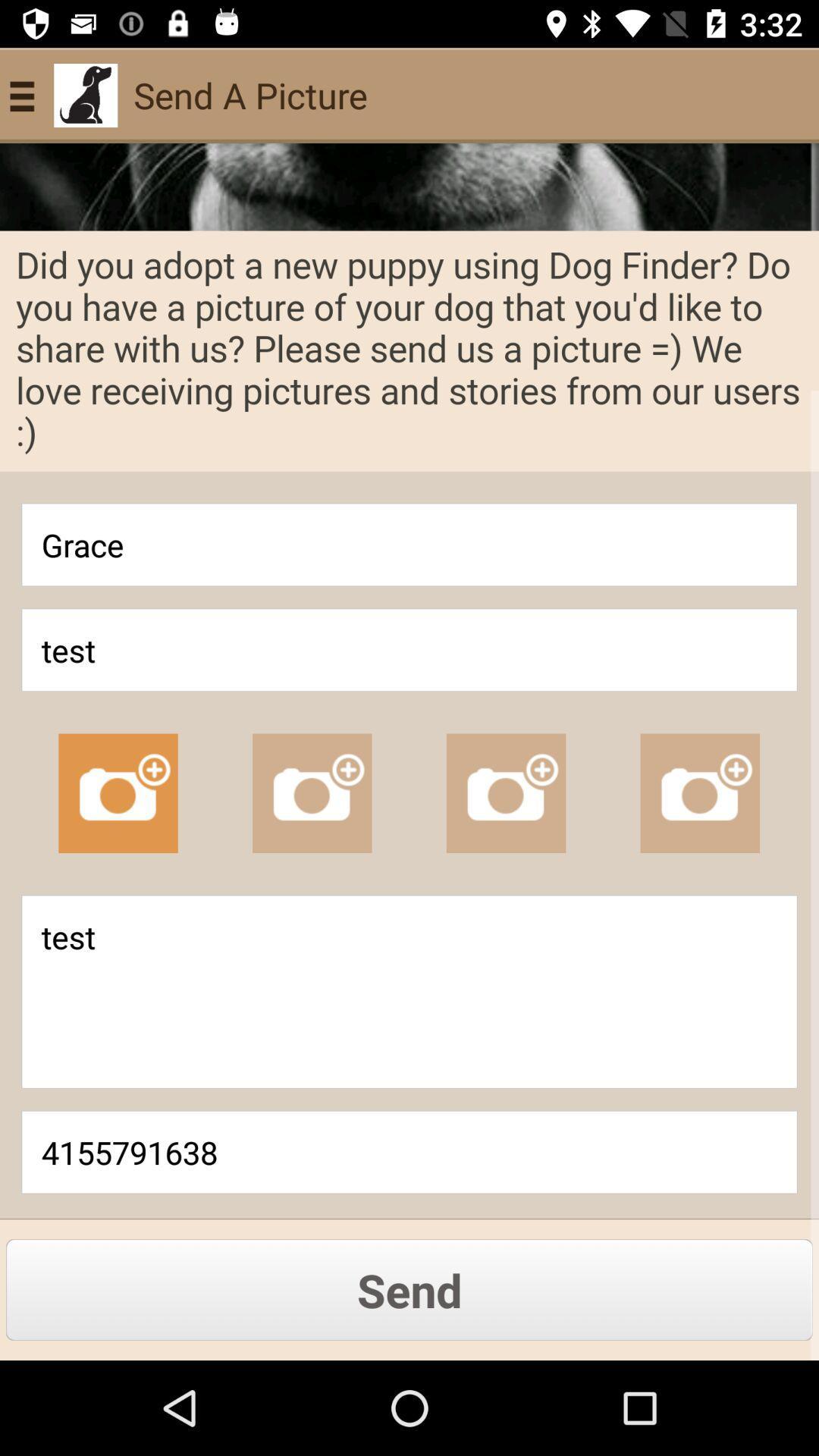 This screenshot has width=819, height=1456. I want to click on the last button of the page, so click(409, 1288).